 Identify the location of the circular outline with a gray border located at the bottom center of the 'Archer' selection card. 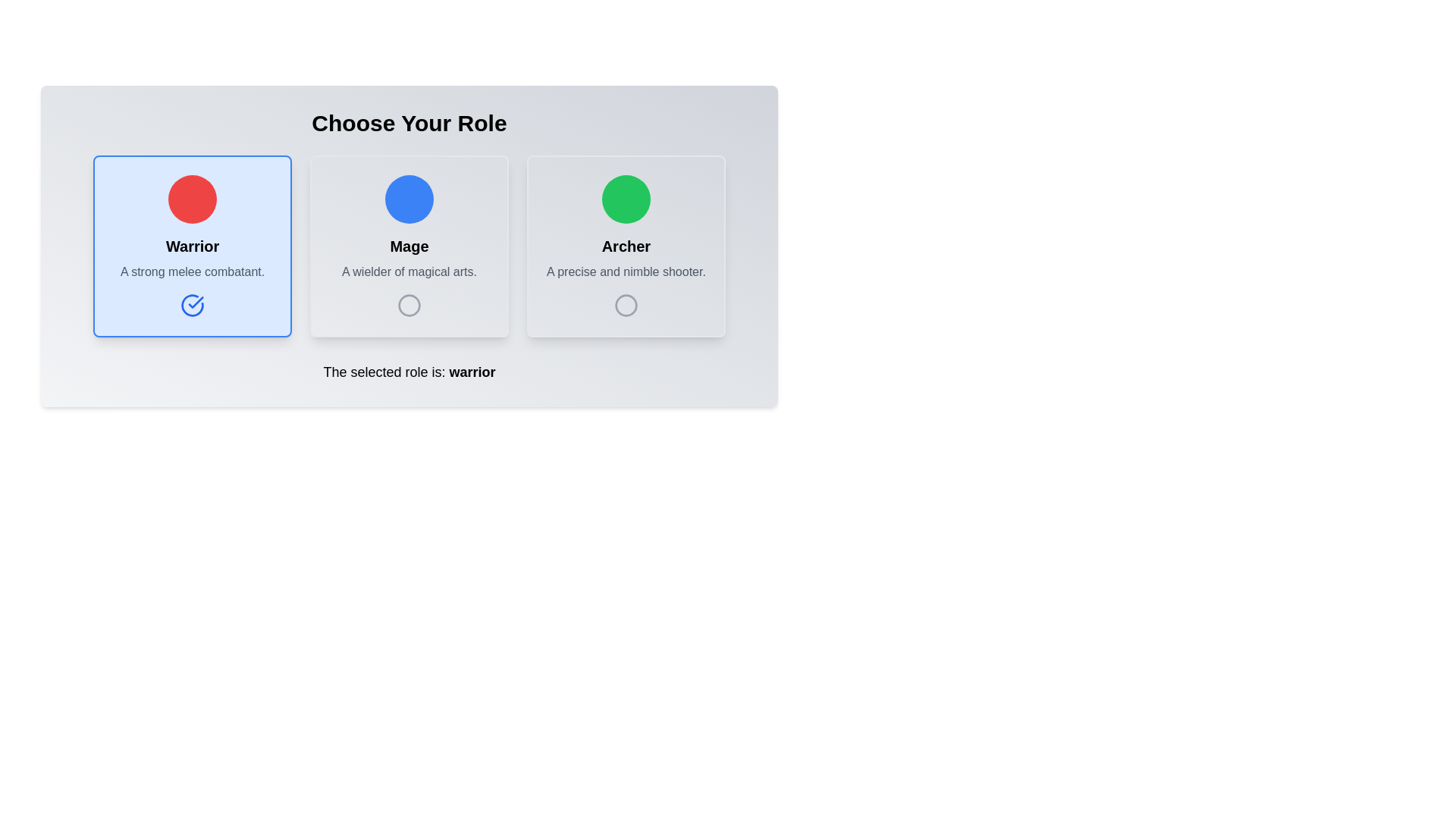
(626, 305).